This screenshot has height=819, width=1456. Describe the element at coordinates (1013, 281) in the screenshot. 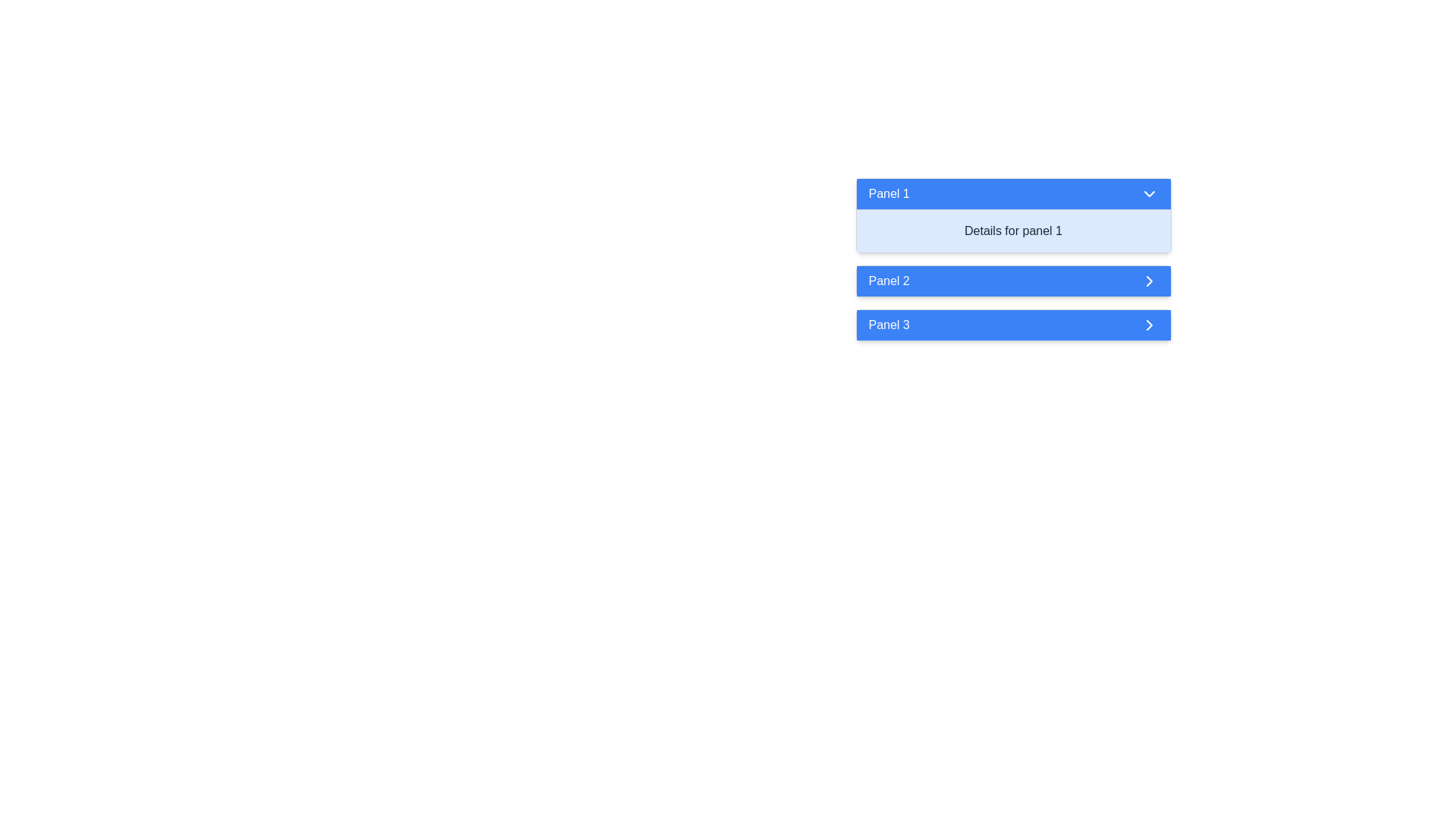

I see `the second button in the vertical list to interact with the content associated with 'Panel 2'` at that location.